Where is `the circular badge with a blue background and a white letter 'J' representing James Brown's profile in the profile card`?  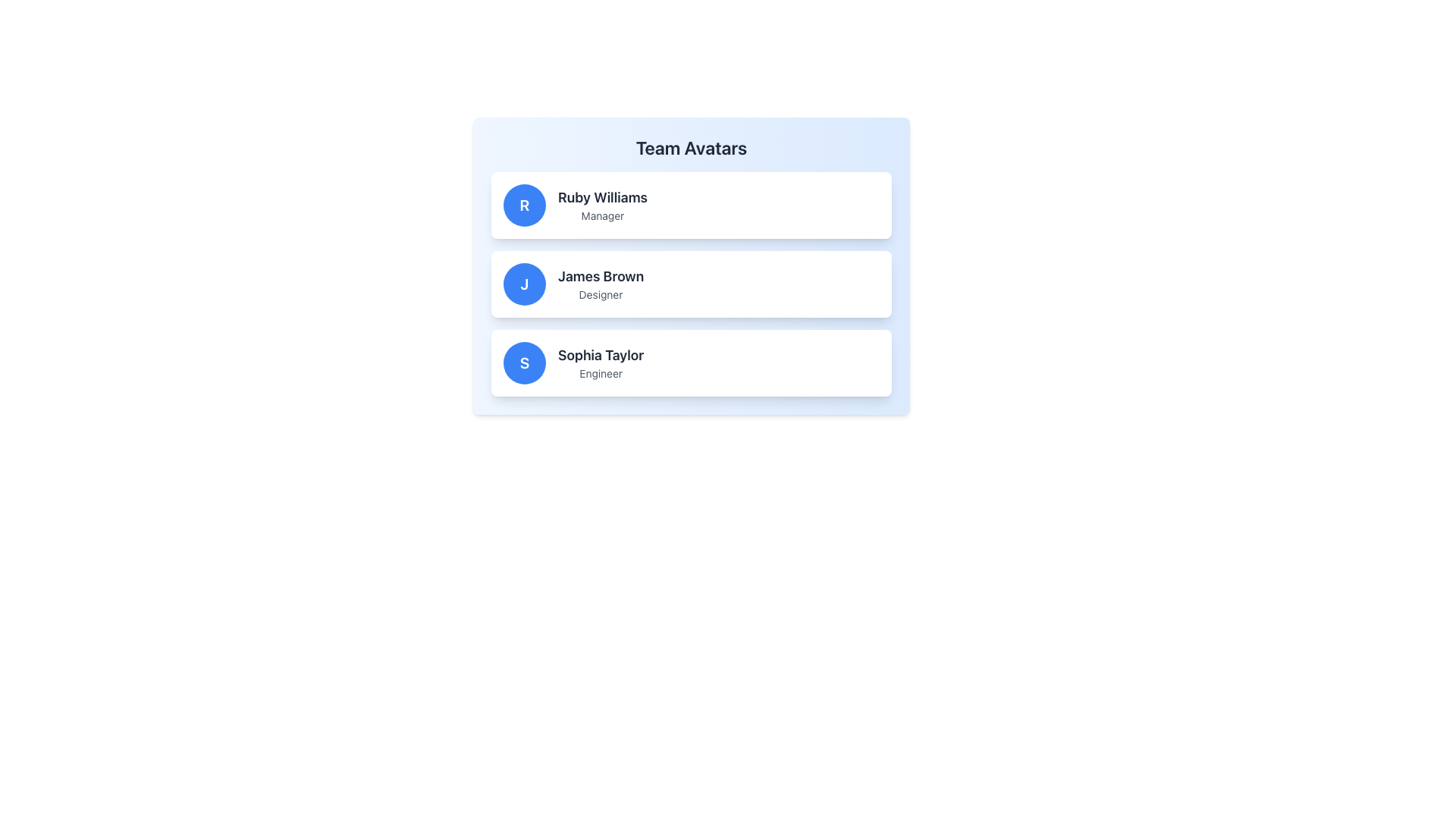
the circular badge with a blue background and a white letter 'J' representing James Brown's profile in the profile card is located at coordinates (524, 284).